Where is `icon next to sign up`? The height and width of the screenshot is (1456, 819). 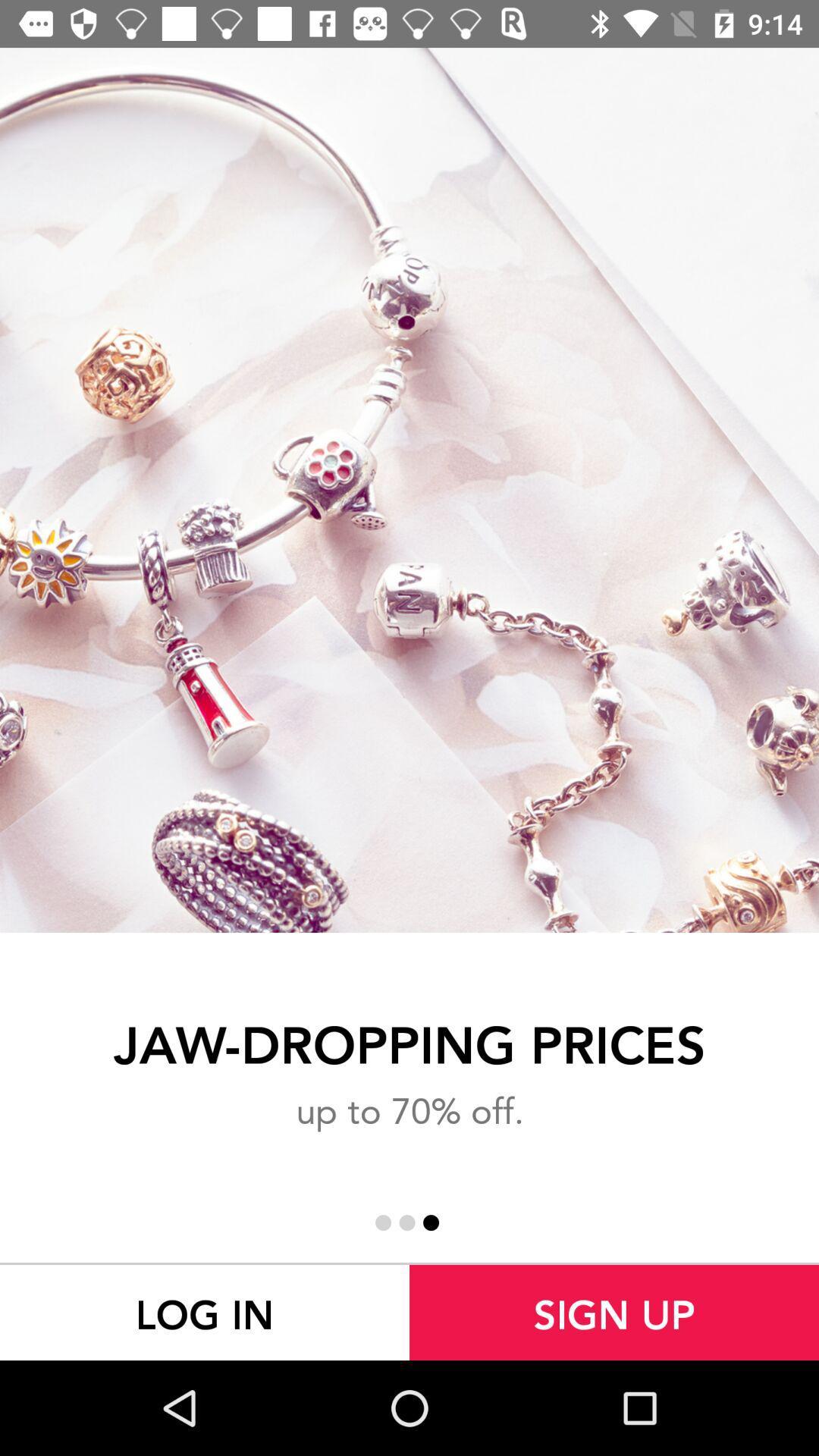
icon next to sign up is located at coordinates (205, 1312).